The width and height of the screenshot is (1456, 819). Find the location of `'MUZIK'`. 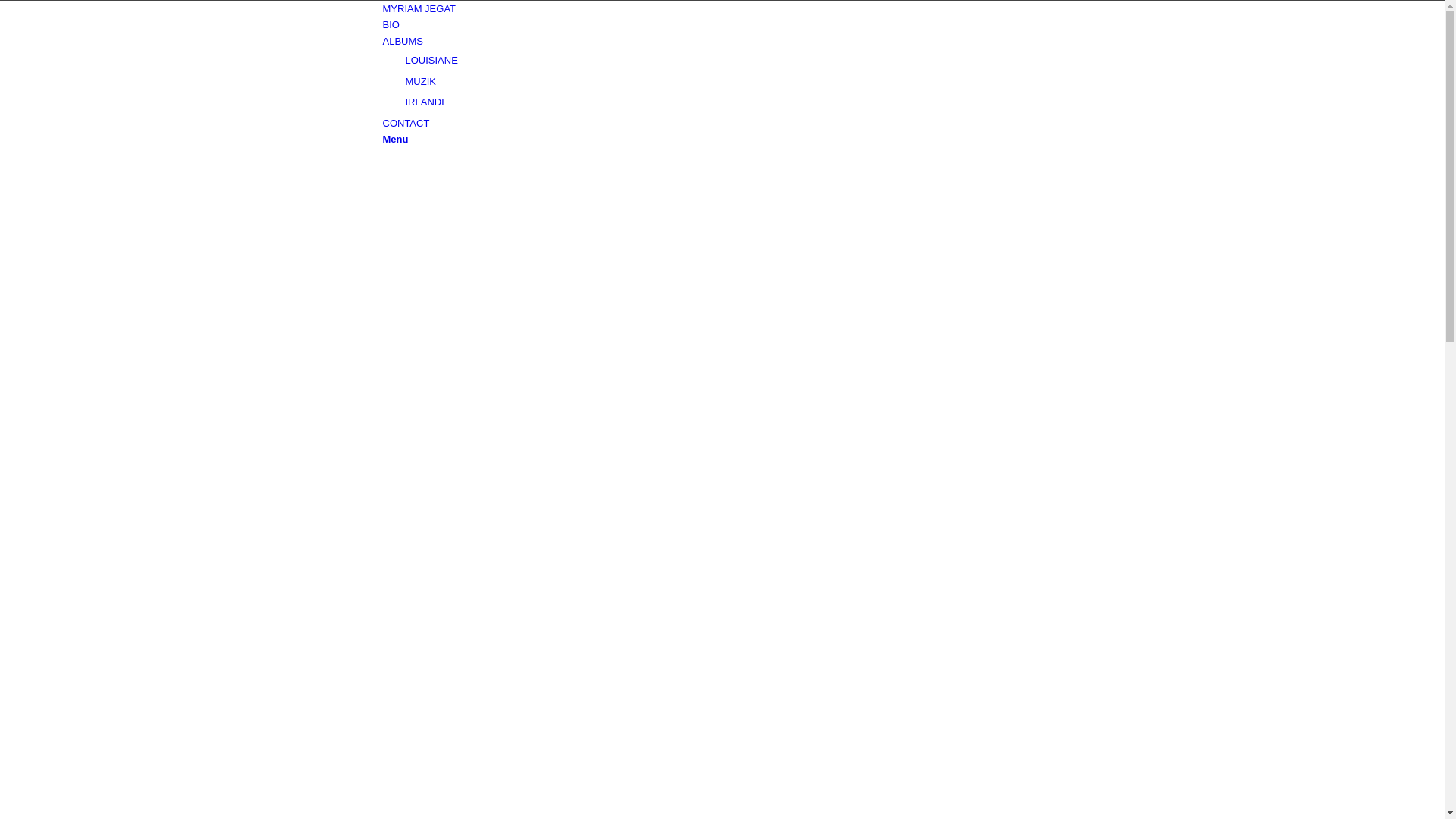

'MUZIK' is located at coordinates (419, 81).